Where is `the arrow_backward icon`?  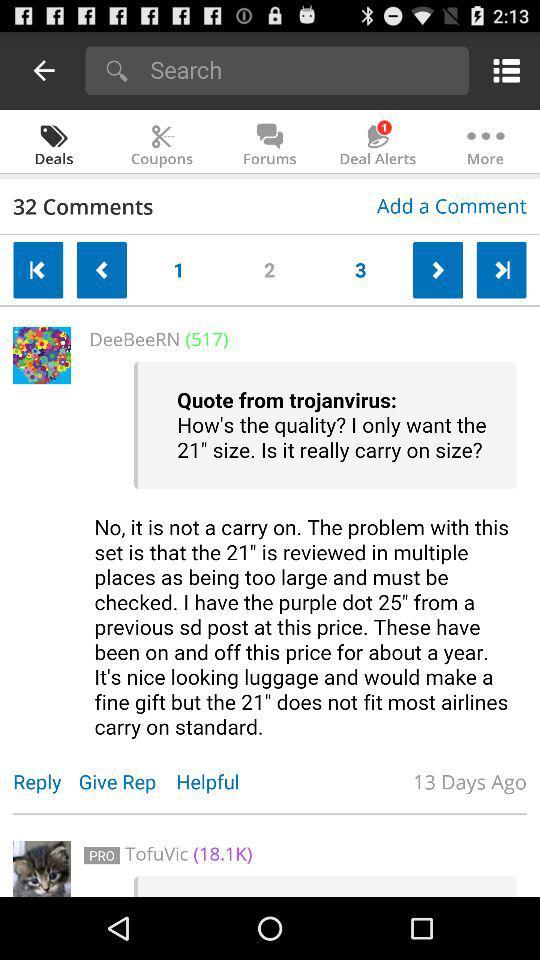
the arrow_backward icon is located at coordinates (100, 288).